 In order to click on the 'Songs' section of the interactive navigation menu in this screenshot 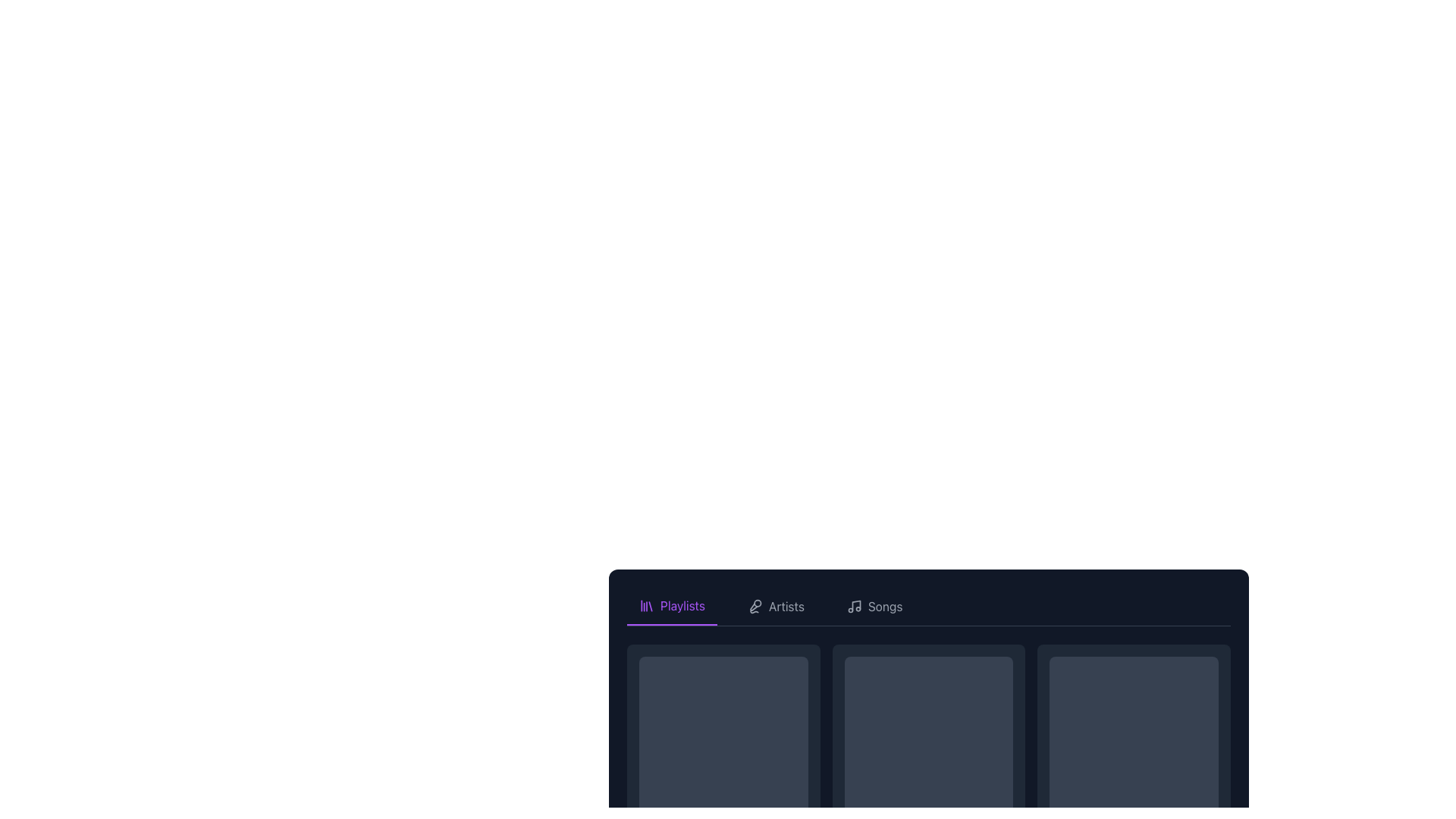, I will do `click(874, 605)`.